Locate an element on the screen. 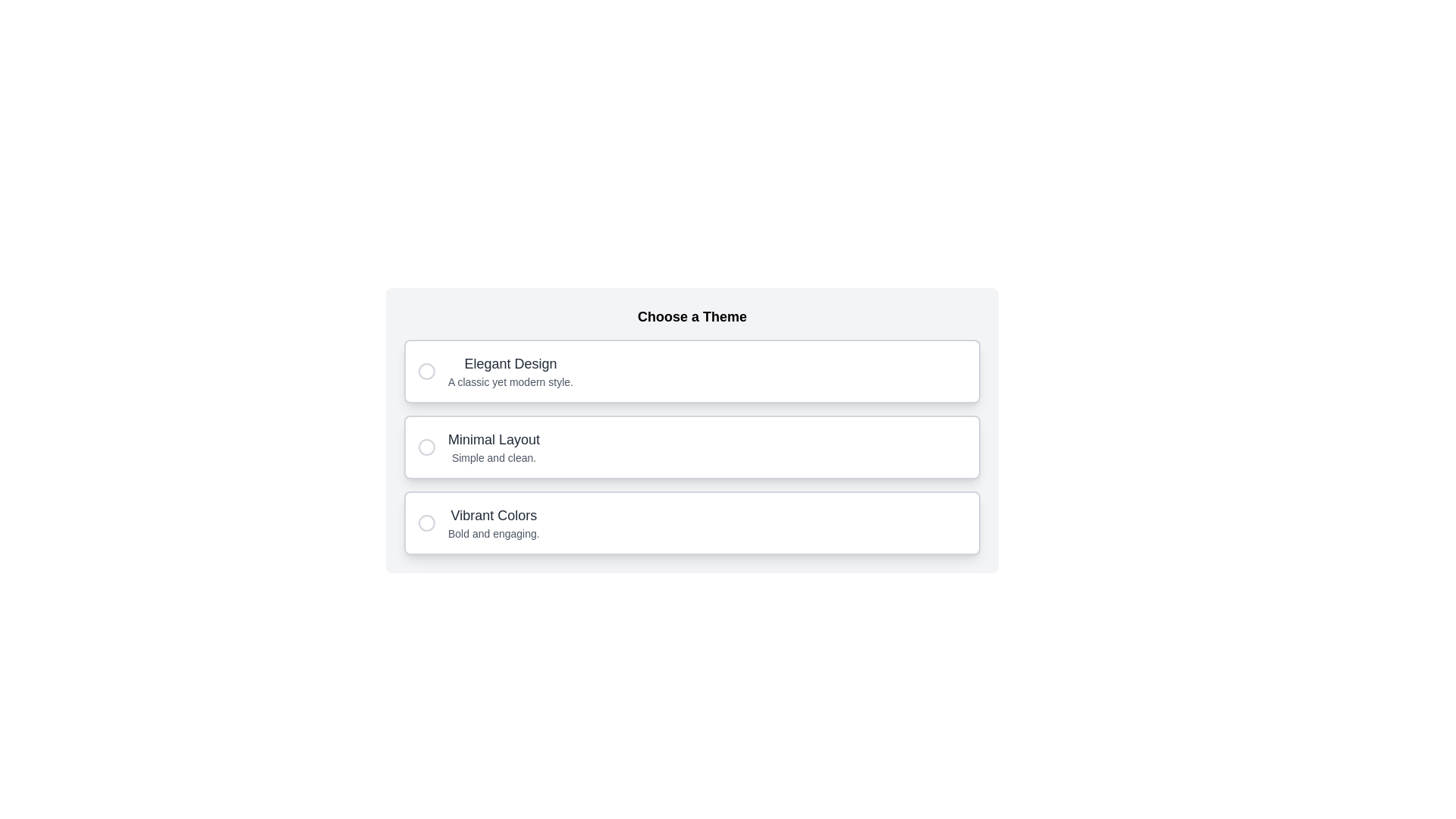  the text label reading 'Bold and engaging.' which is positioned below the bolded text 'Vibrant Colors' in the vertical list under 'Choose a Theme' is located at coordinates (494, 533).